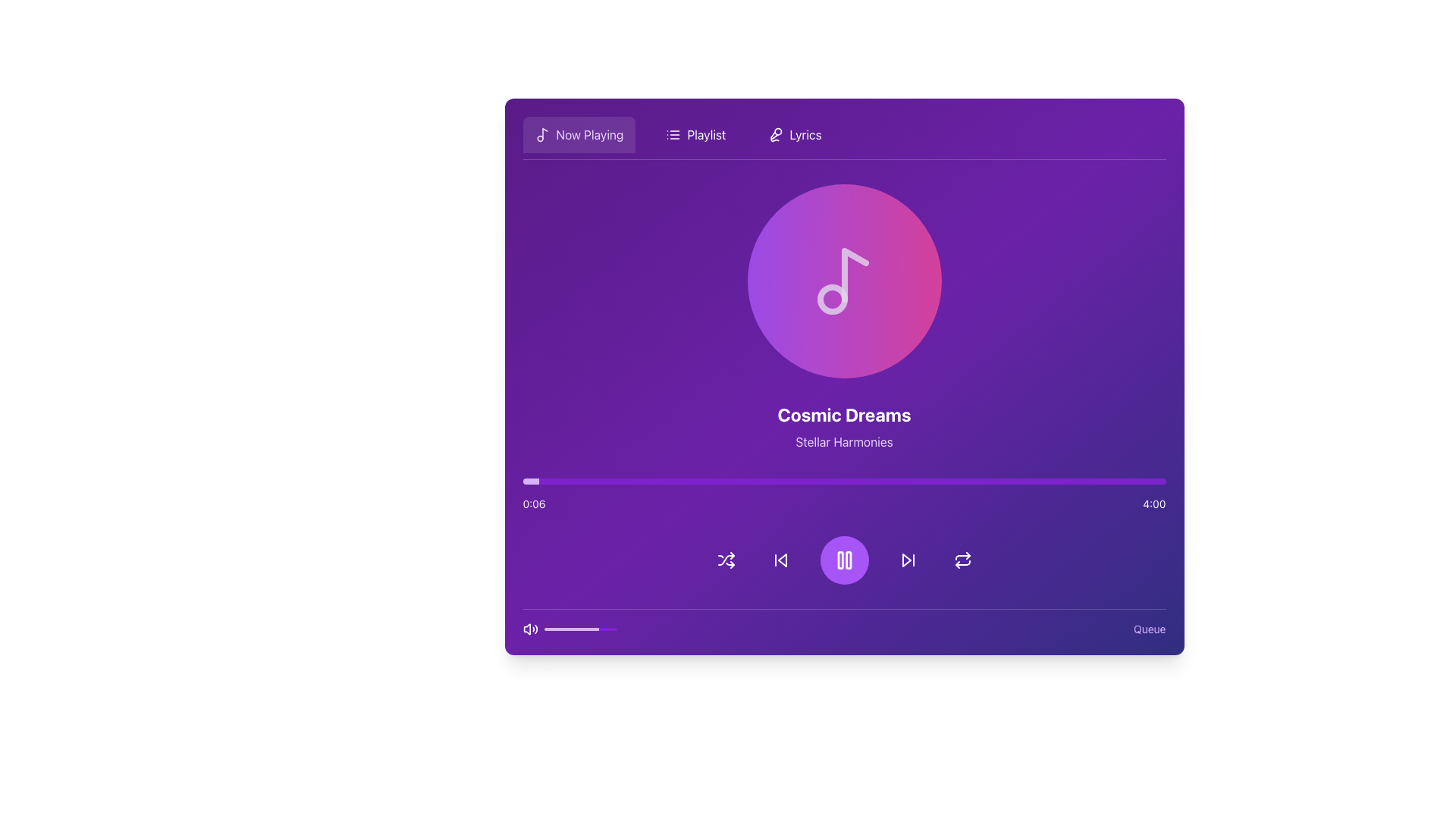 The width and height of the screenshot is (1456, 819). I want to click on the Decorative Icon, which is a white music note icon with a translucent effect, centered within a circular gradient background transitioning from purple to pink, so click(843, 281).